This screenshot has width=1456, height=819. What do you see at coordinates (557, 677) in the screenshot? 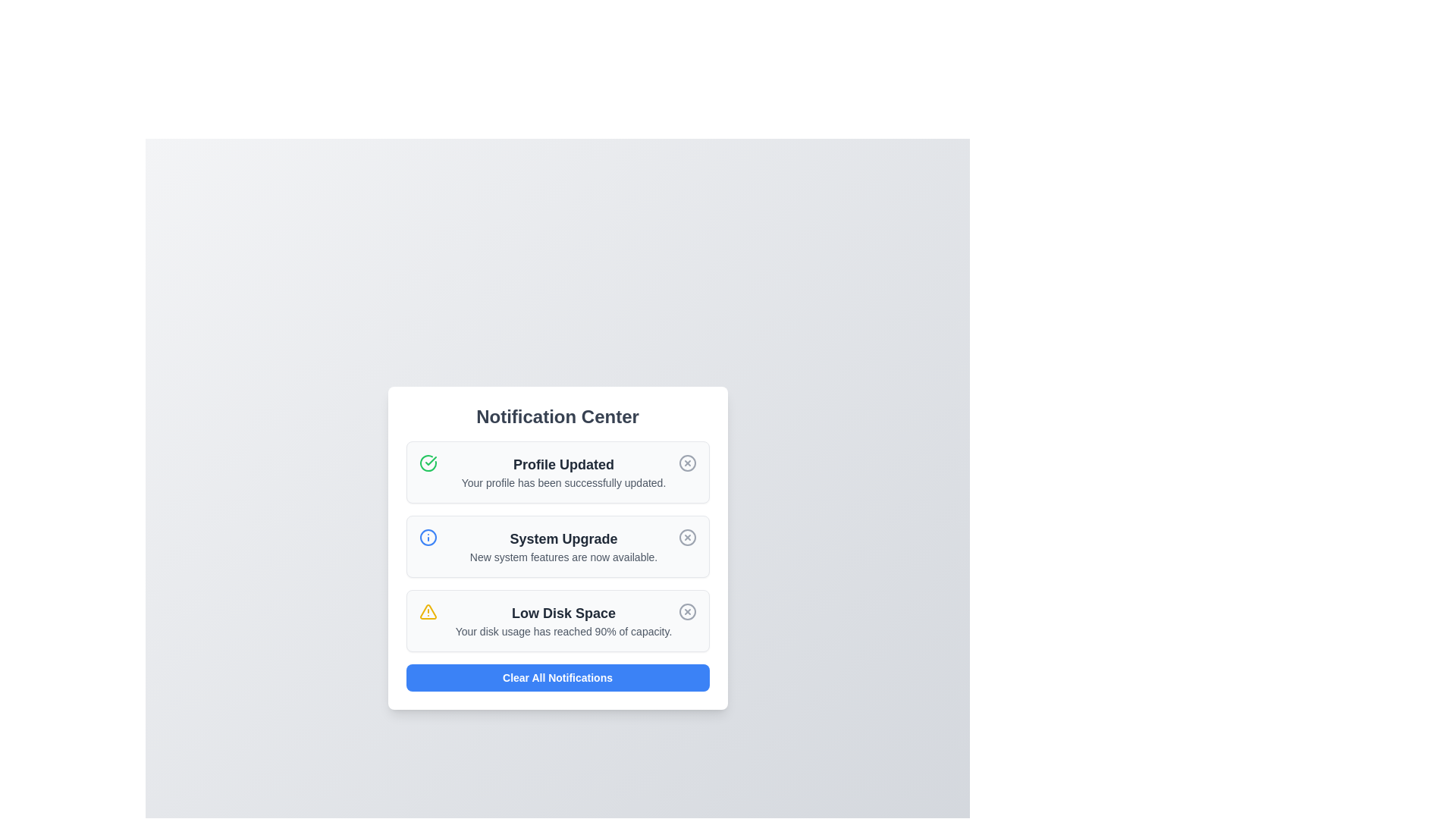
I see `the clear notifications button located at the bottom of the notification panel to observe a color change` at bounding box center [557, 677].